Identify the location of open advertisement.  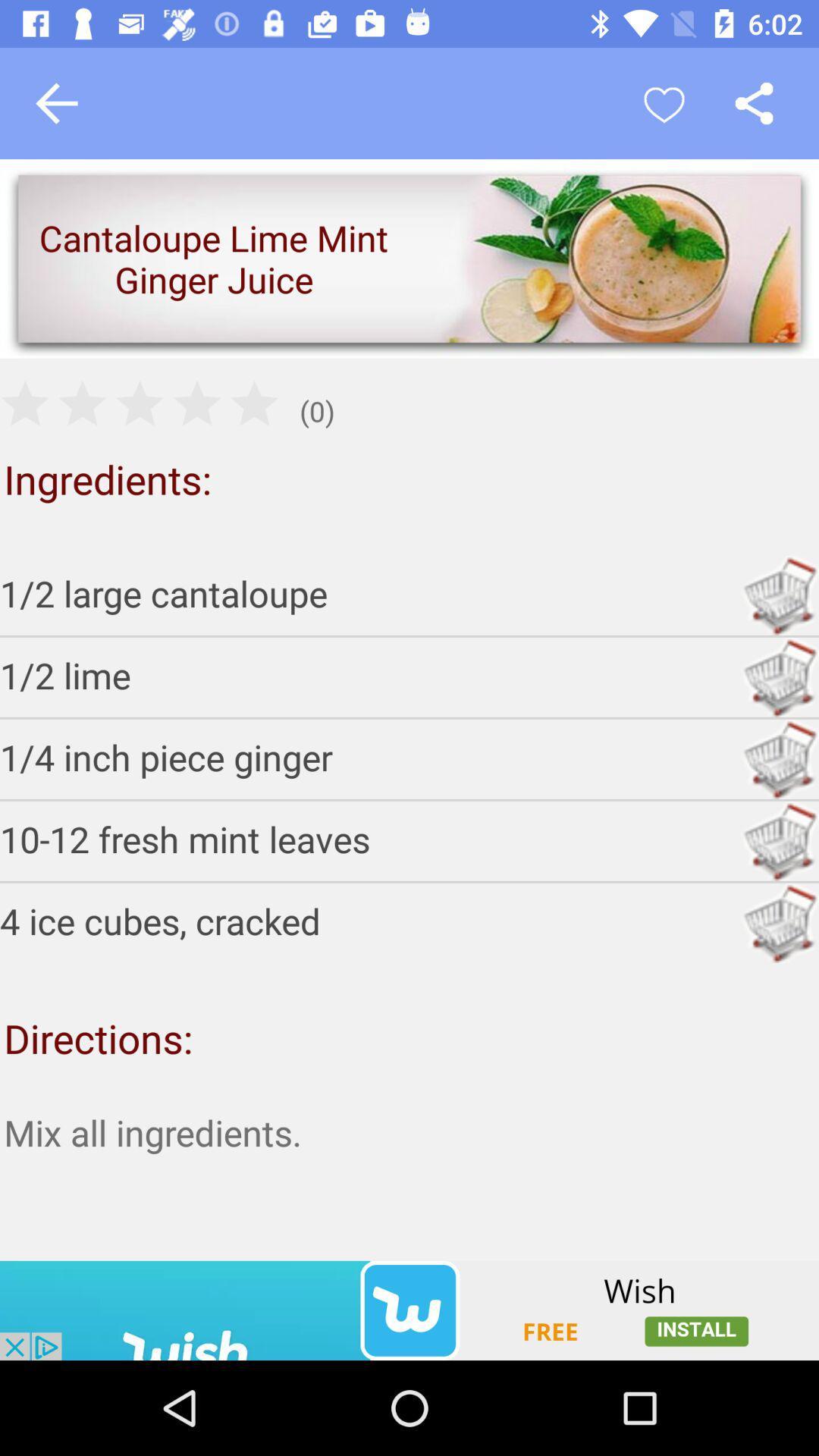
(409, 1310).